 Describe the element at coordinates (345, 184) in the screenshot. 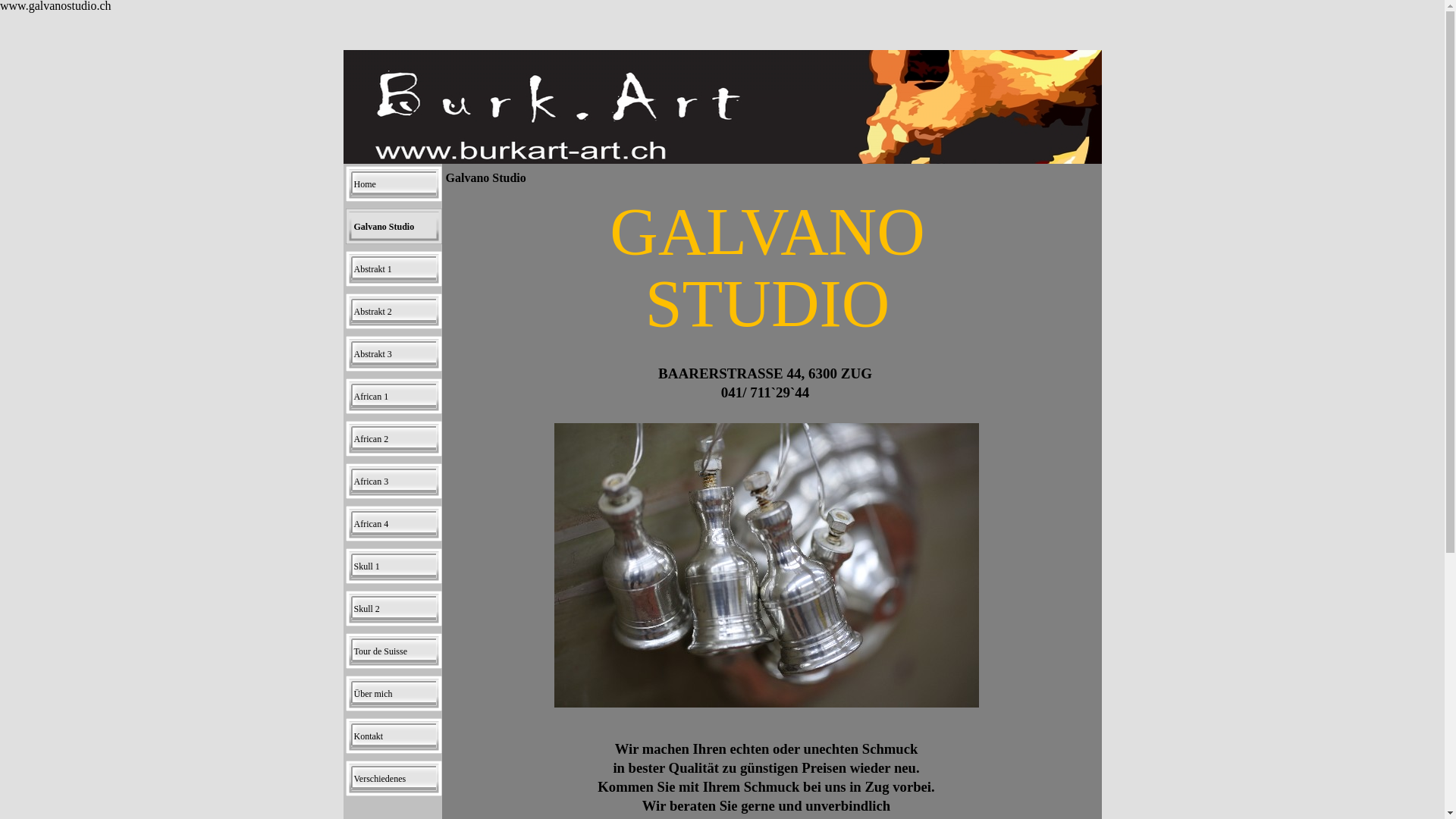

I see `'Home'` at that location.